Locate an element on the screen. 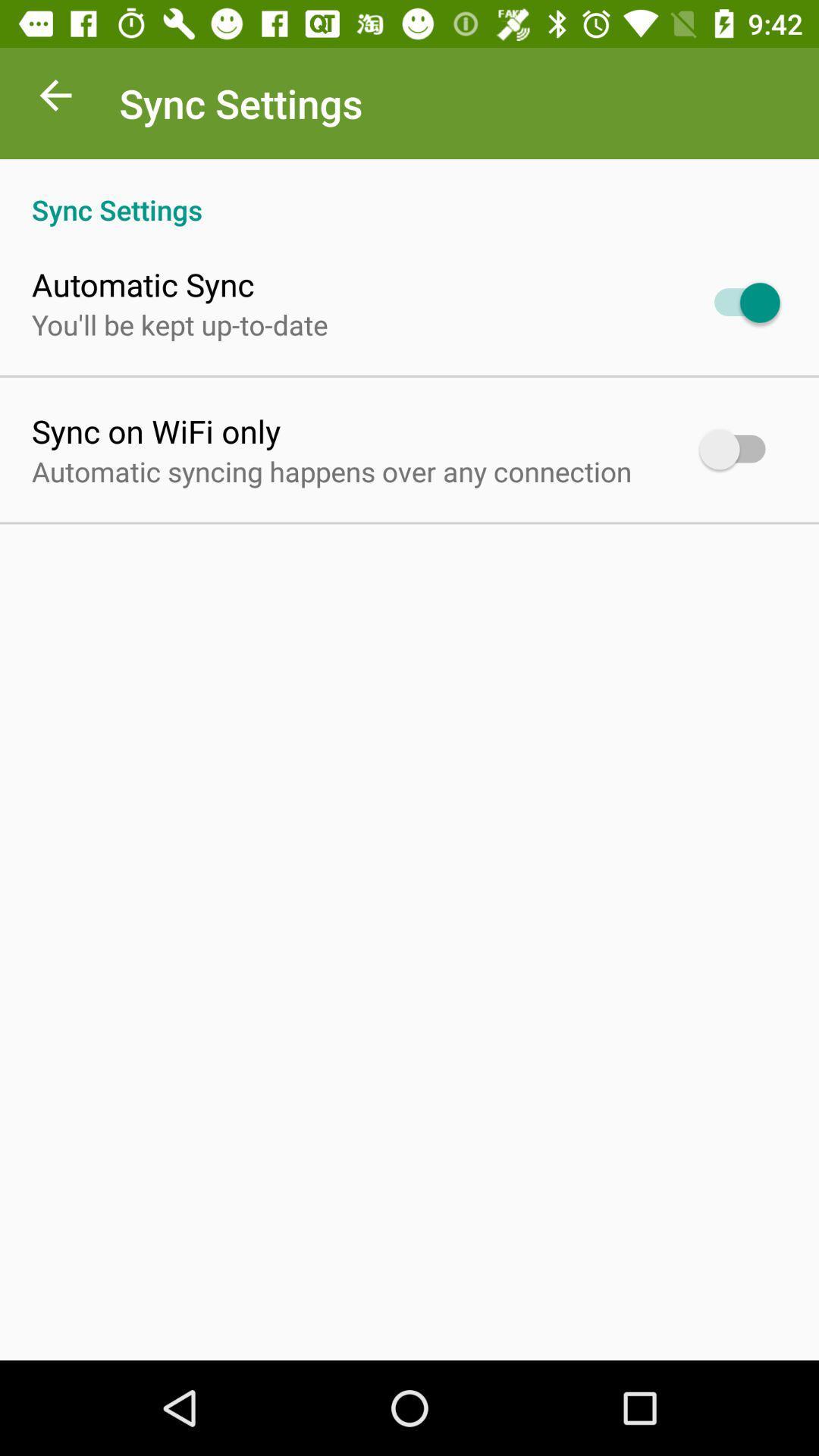 The height and width of the screenshot is (1456, 819). go back is located at coordinates (55, 99).